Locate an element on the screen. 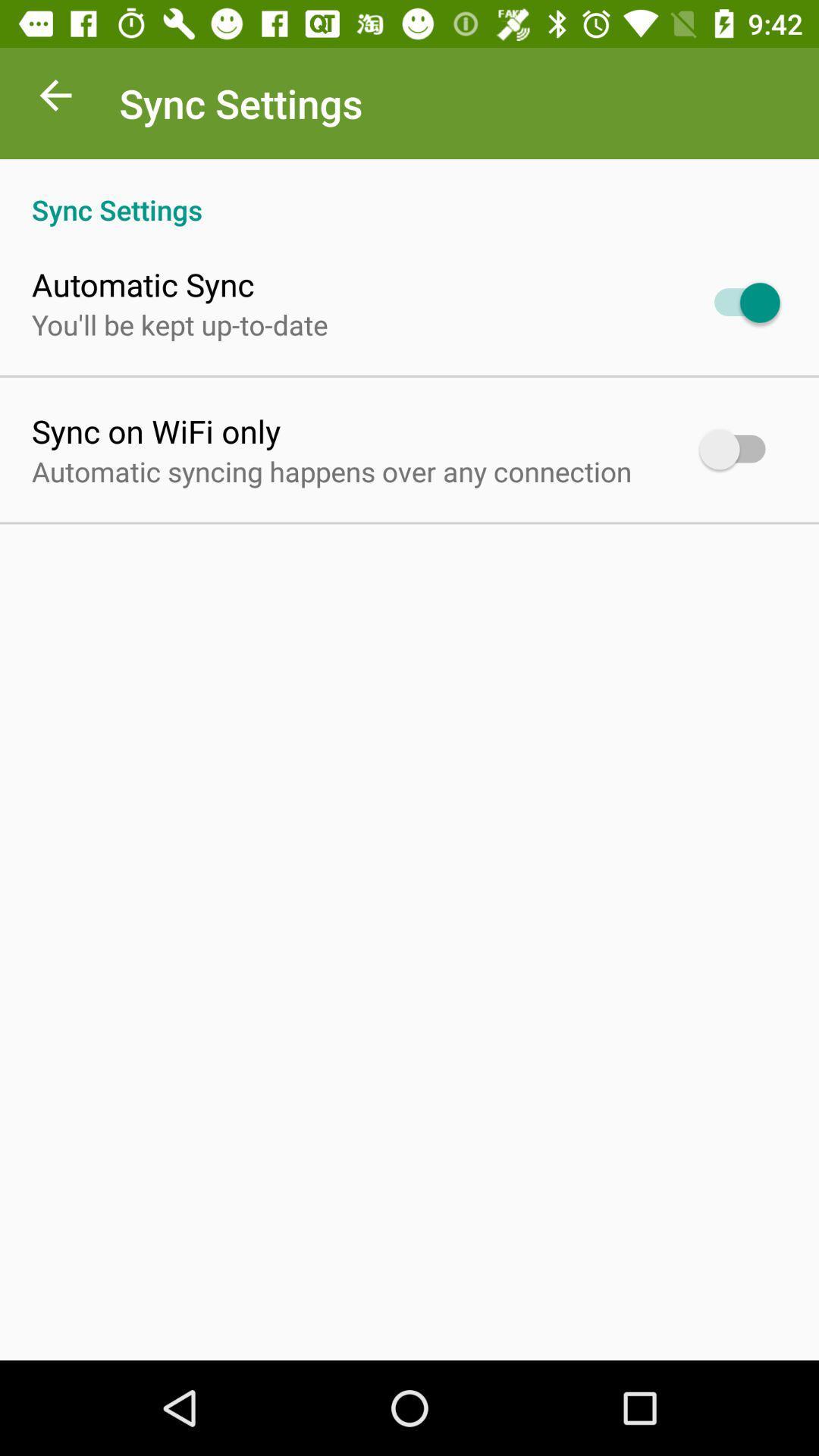 The height and width of the screenshot is (1456, 819). go back is located at coordinates (55, 99).